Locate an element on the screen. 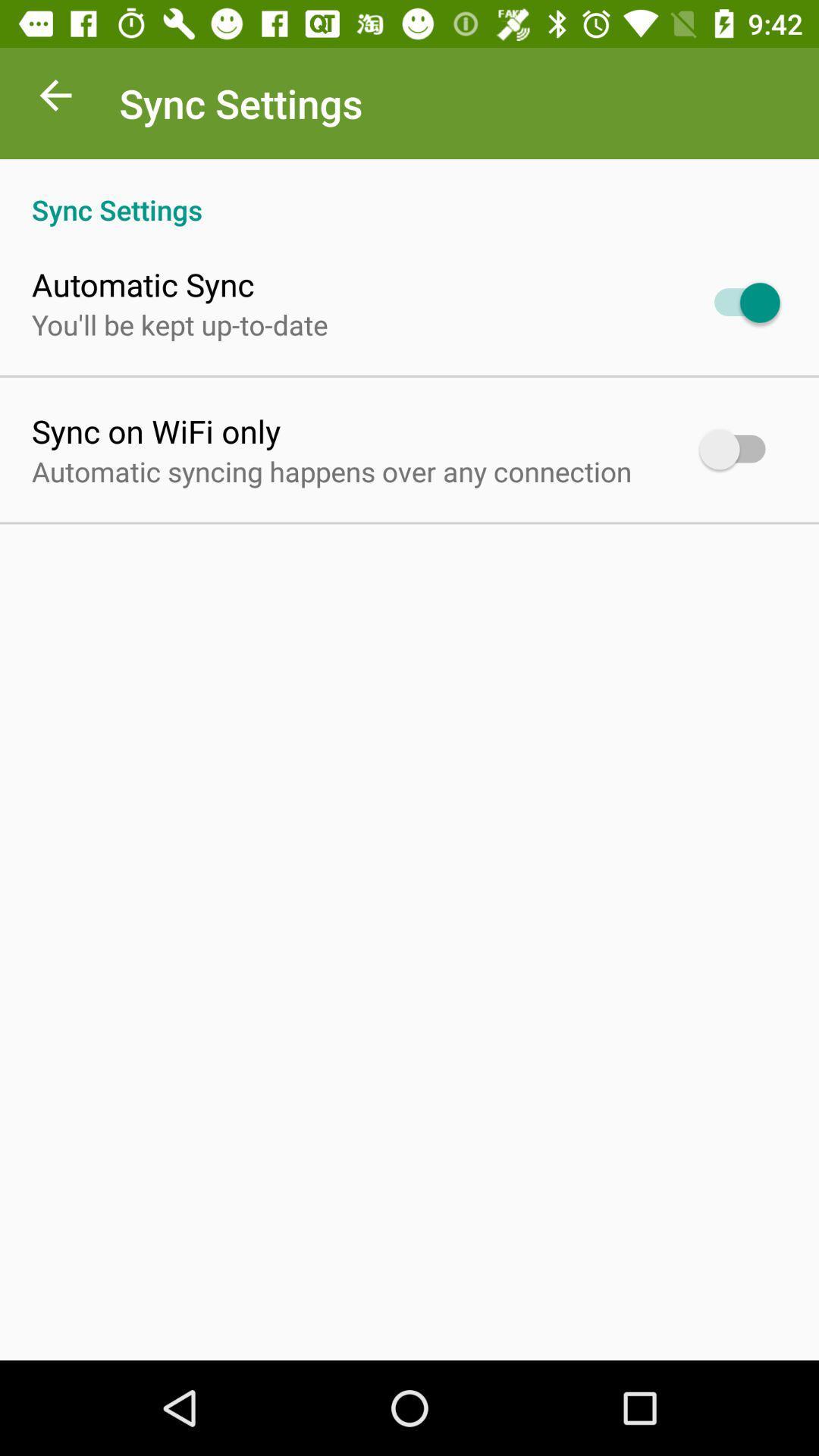 The height and width of the screenshot is (1456, 819). go back is located at coordinates (55, 99).